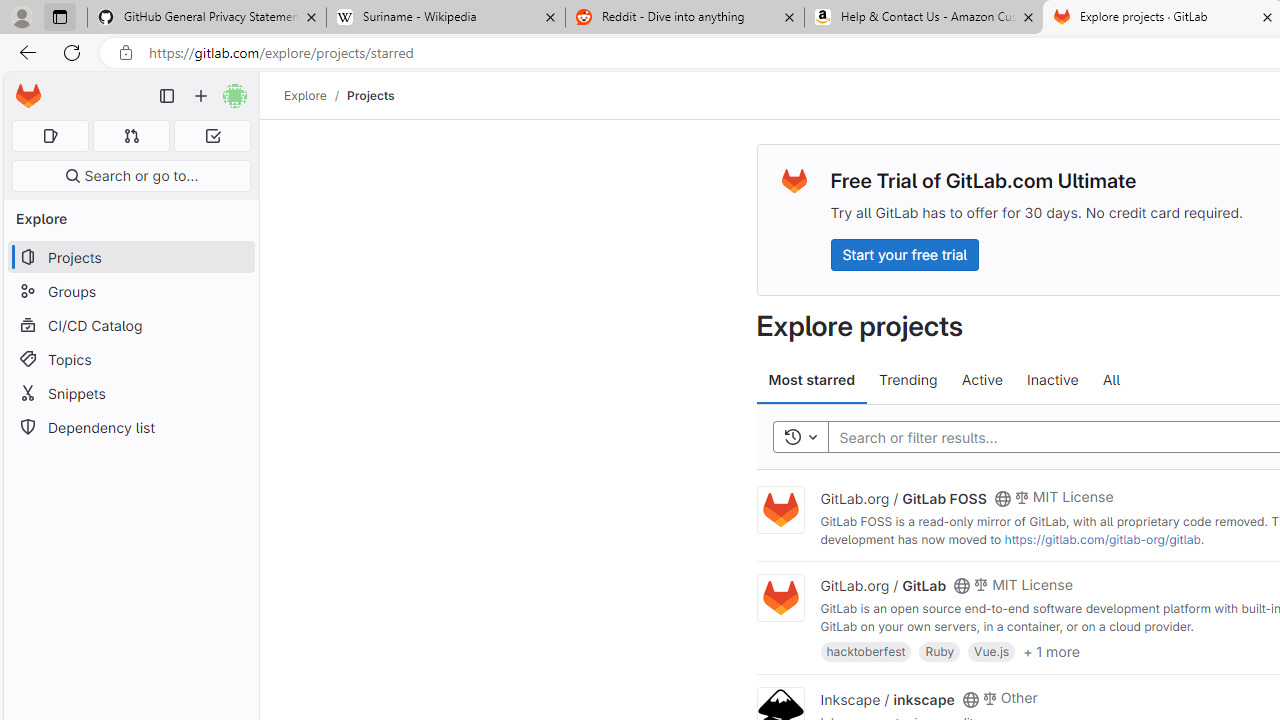 The image size is (1280, 720). I want to click on '+ 1 more', so click(1050, 650).